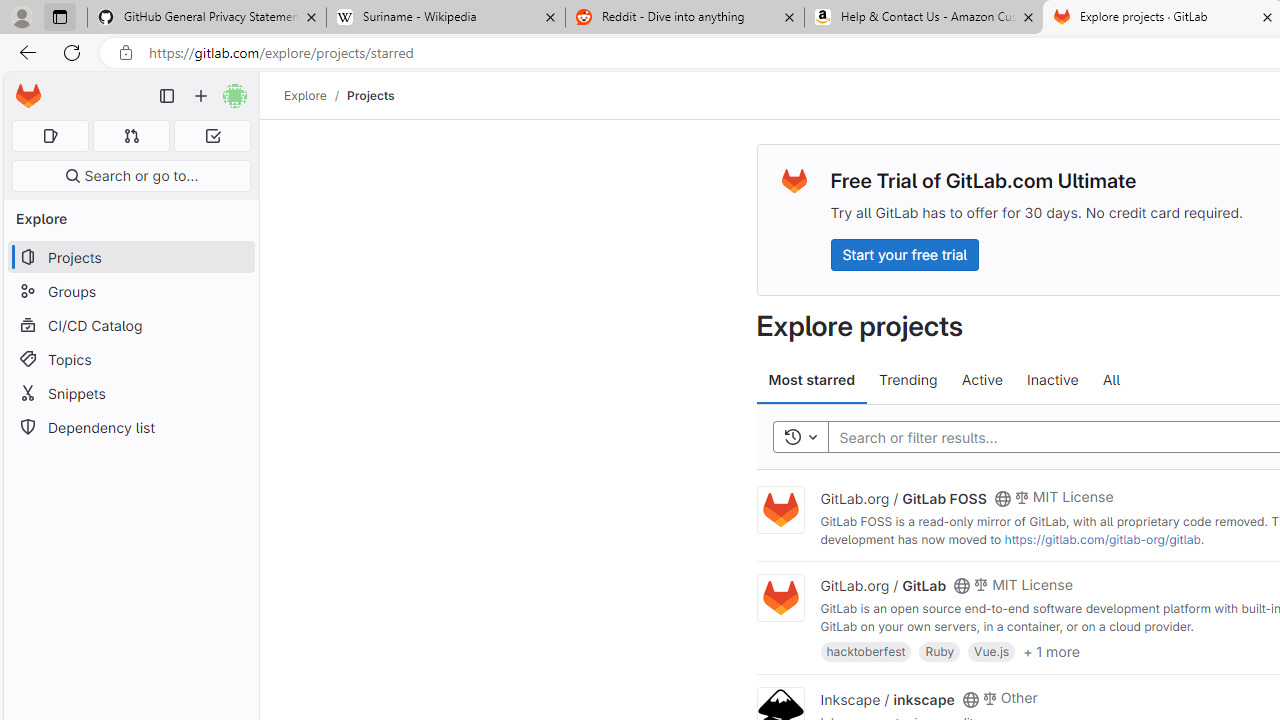 The image size is (1280, 720). I want to click on '+ 1 more', so click(1050, 650).